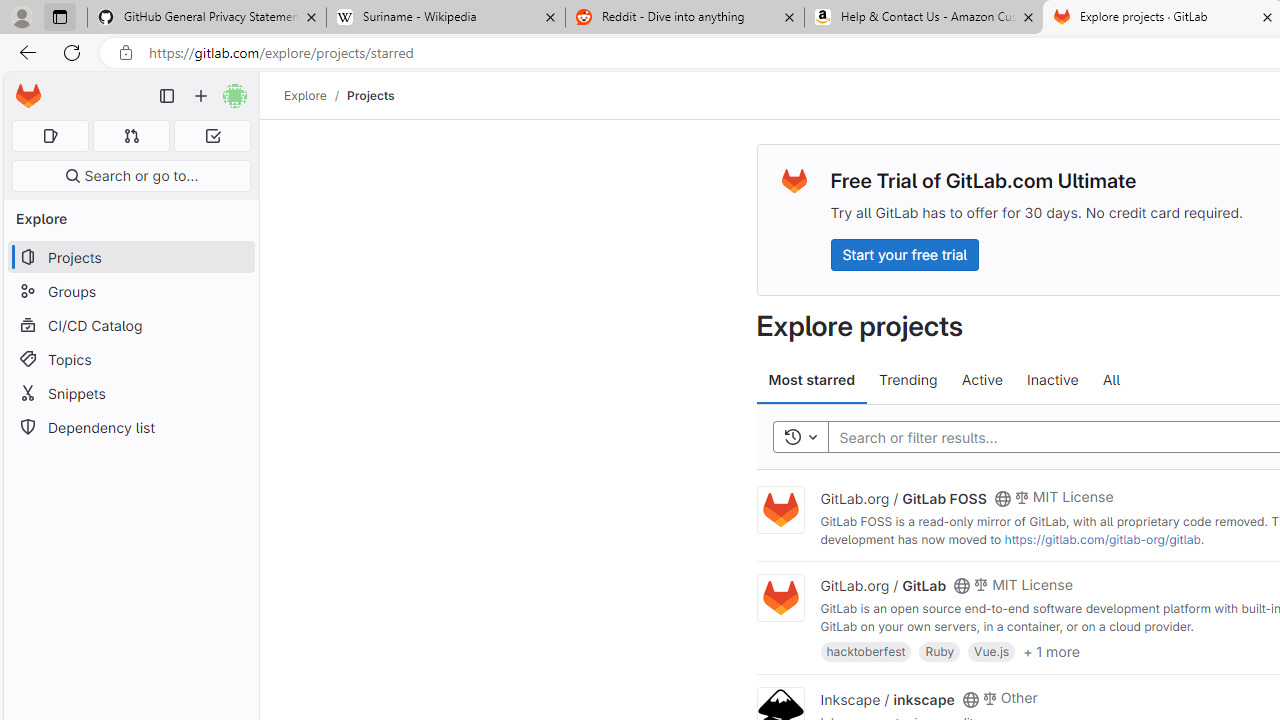 The image size is (1280, 720). I want to click on '+ 1 more', so click(1050, 650).